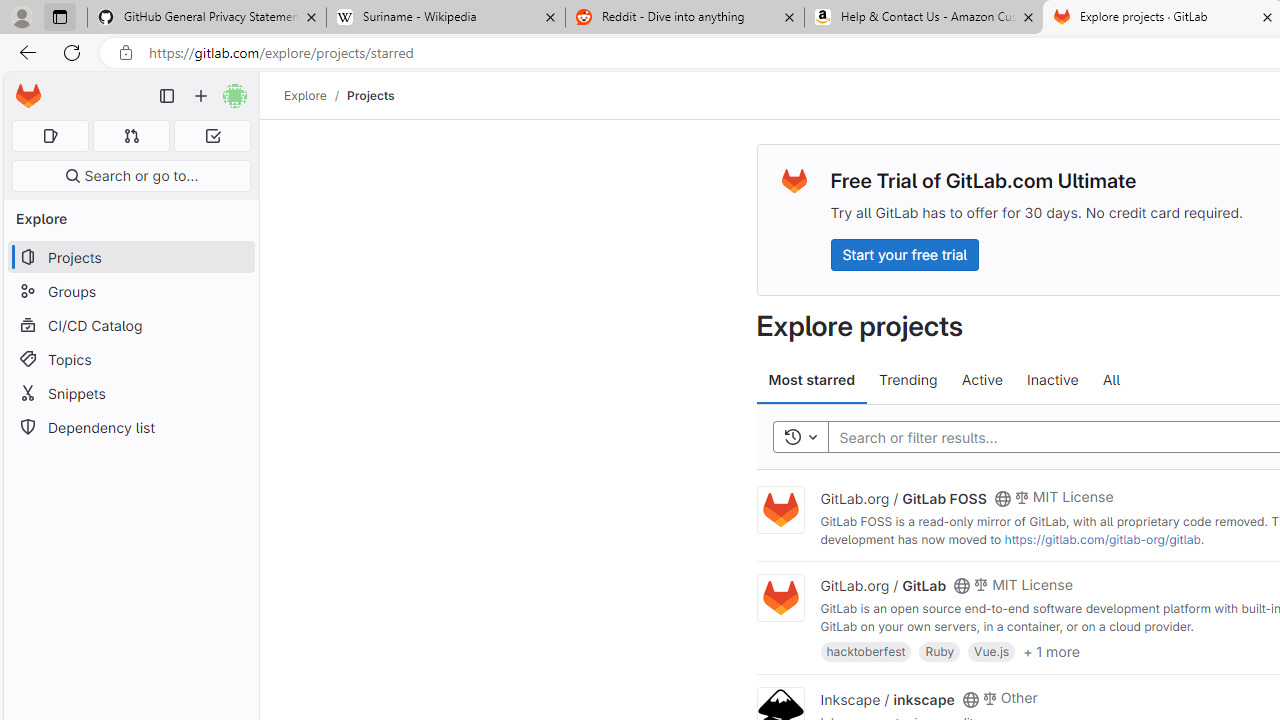 The image size is (1280, 720). I want to click on '+ 1 more', so click(1050, 650).